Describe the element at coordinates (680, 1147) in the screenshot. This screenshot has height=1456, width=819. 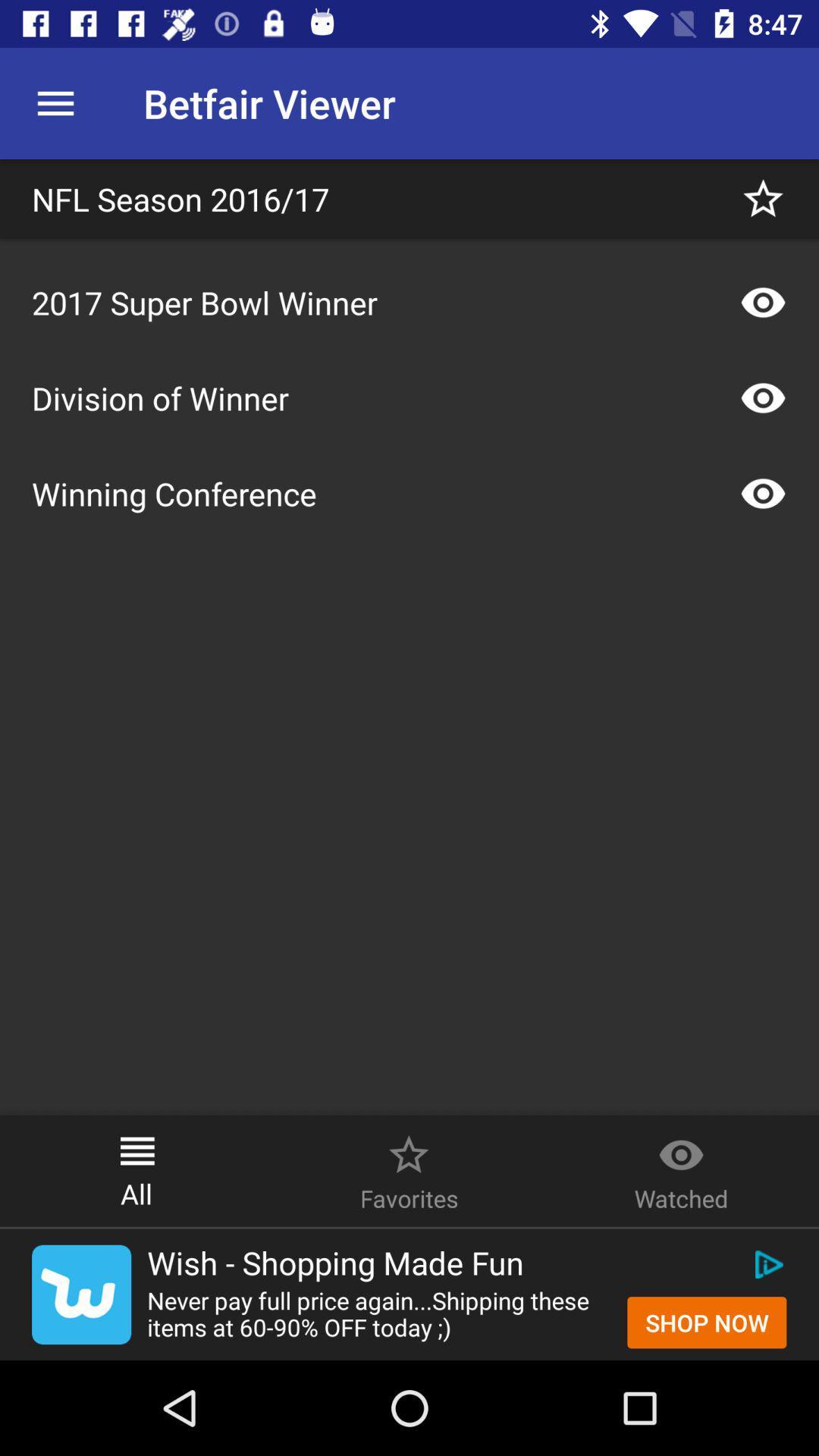
I see `seen icon above watched` at that location.